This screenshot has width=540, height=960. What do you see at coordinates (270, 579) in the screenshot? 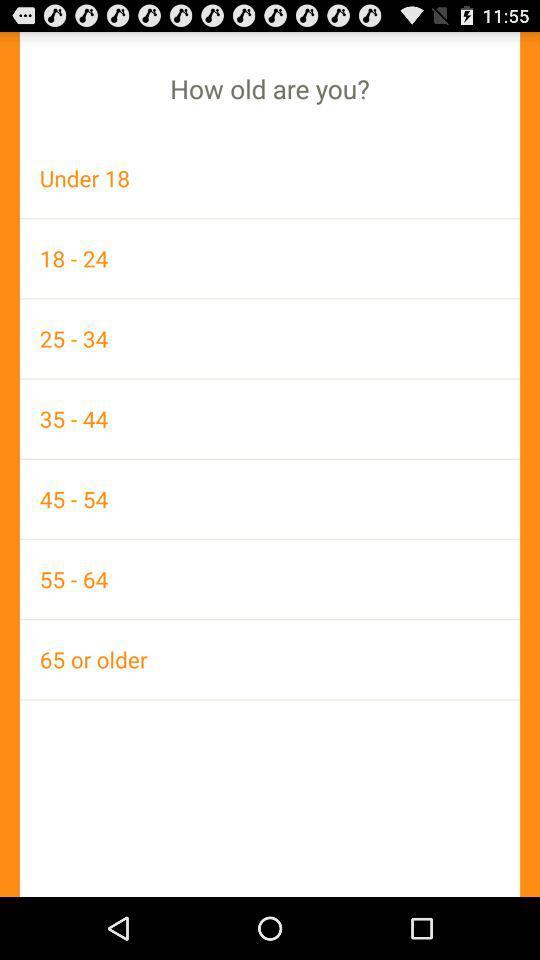
I see `the icon below the 45 - 54 app` at bounding box center [270, 579].